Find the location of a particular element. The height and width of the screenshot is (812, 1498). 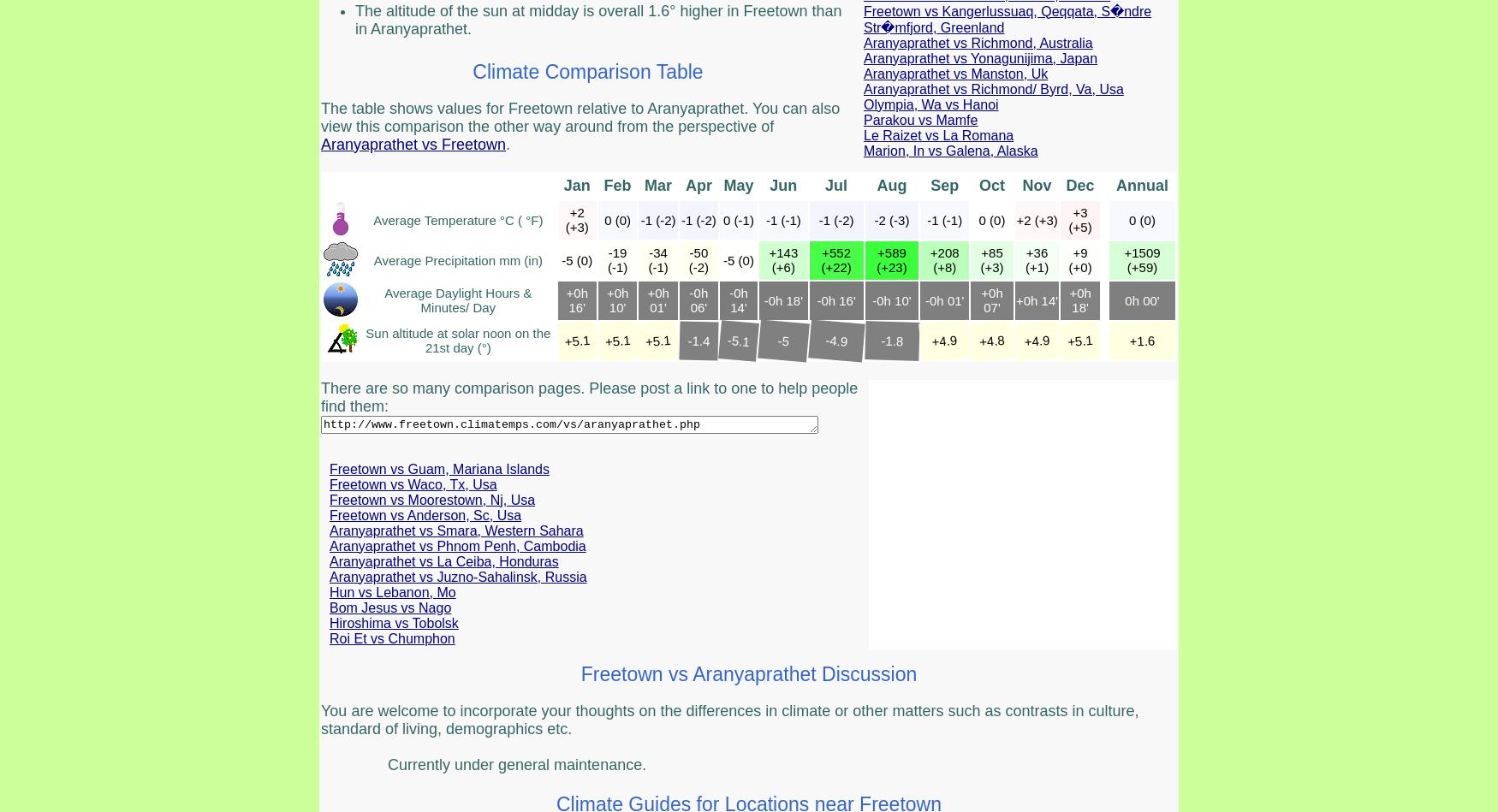

'Dec' is located at coordinates (1079, 185).